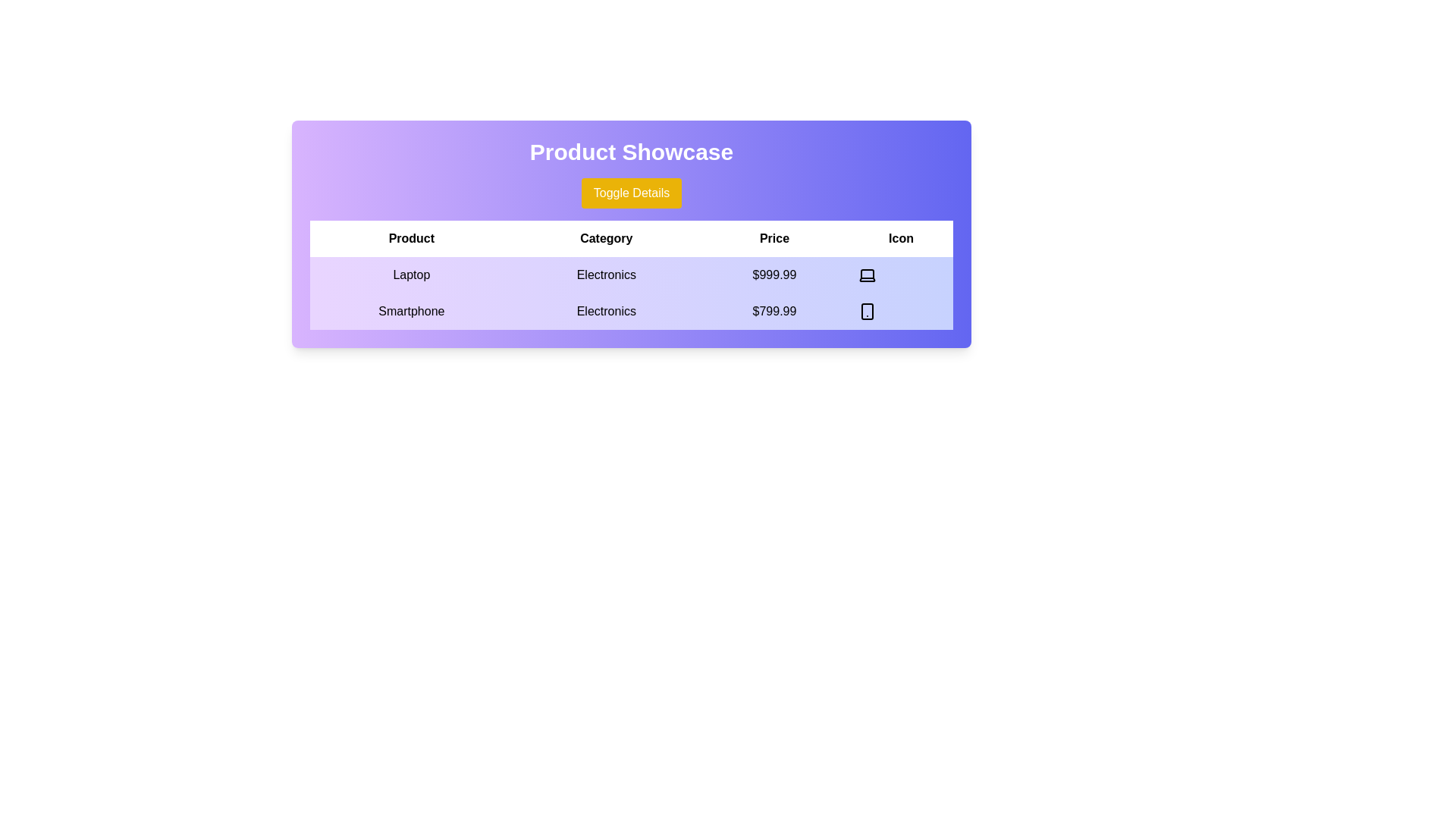 This screenshot has width=1456, height=819. What do you see at coordinates (774, 239) in the screenshot?
I see `the 'Price' header in the table, which indicates the corresponding data for prices of listed items` at bounding box center [774, 239].